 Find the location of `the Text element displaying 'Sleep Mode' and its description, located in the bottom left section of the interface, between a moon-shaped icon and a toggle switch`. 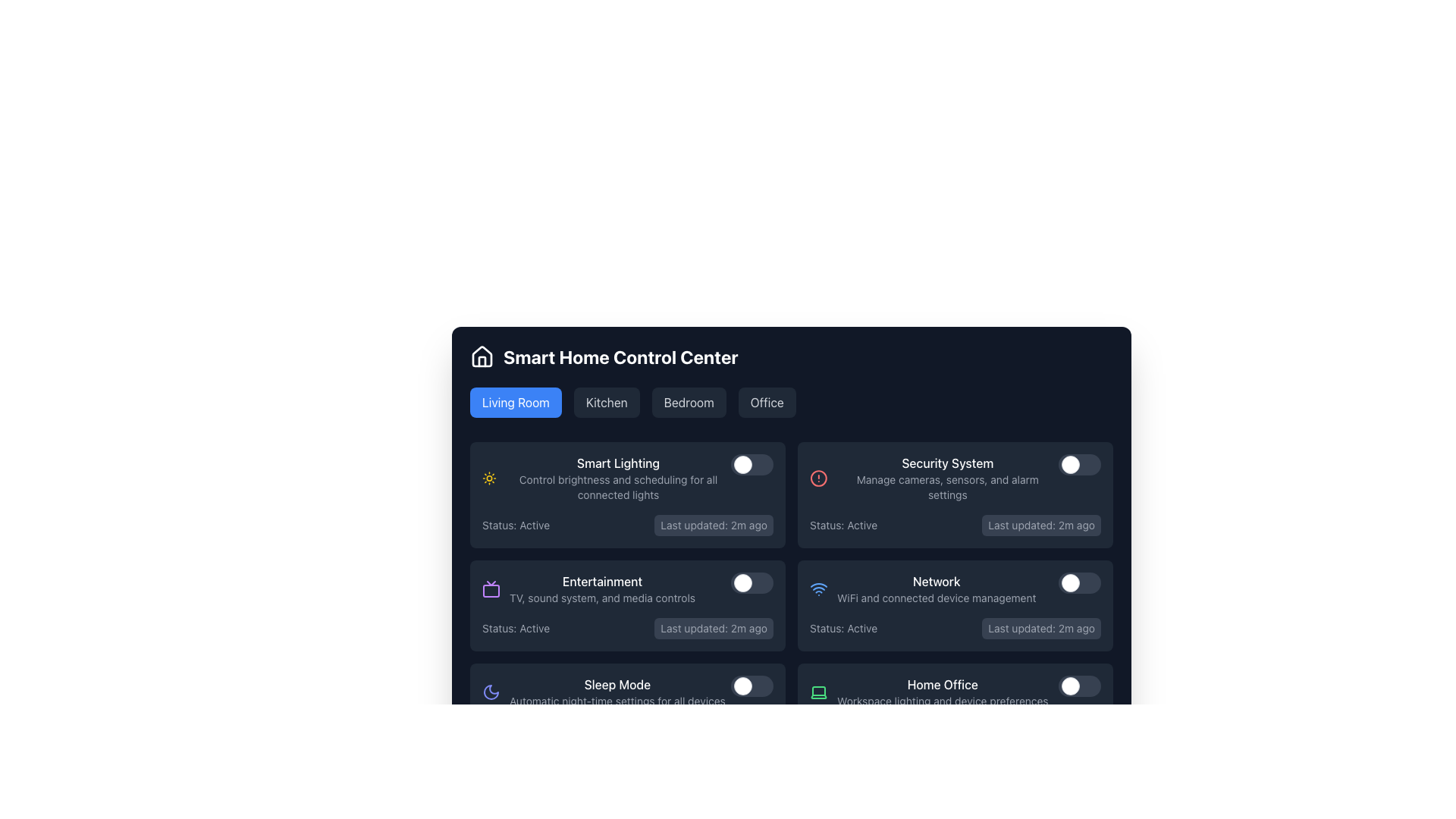

the Text element displaying 'Sleep Mode' and its description, located in the bottom left section of the interface, between a moon-shaped icon and a toggle switch is located at coordinates (617, 692).